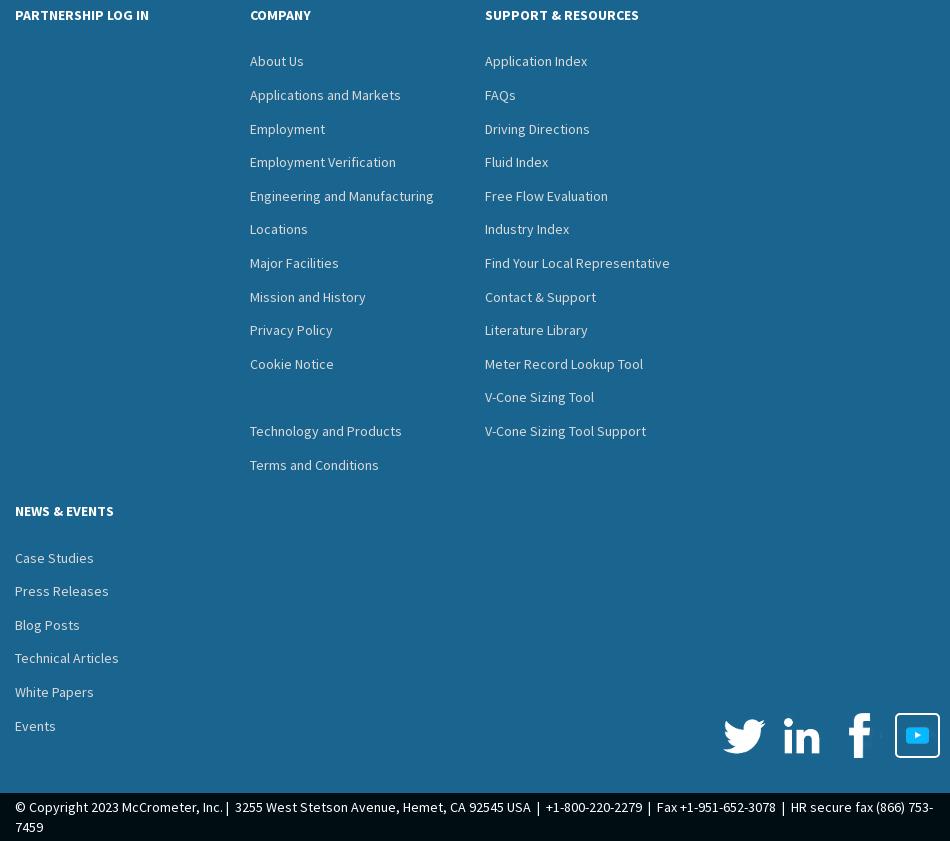  I want to click on 'Technology and Products', so click(325, 430).